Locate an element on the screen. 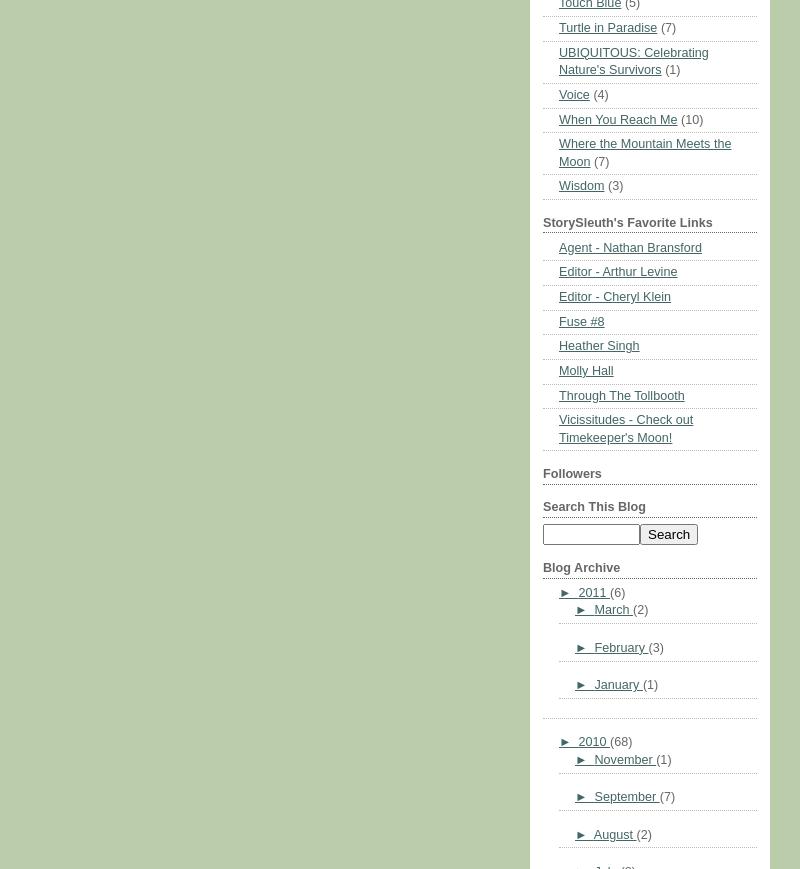 The height and width of the screenshot is (869, 800). 'January' is located at coordinates (618, 685).